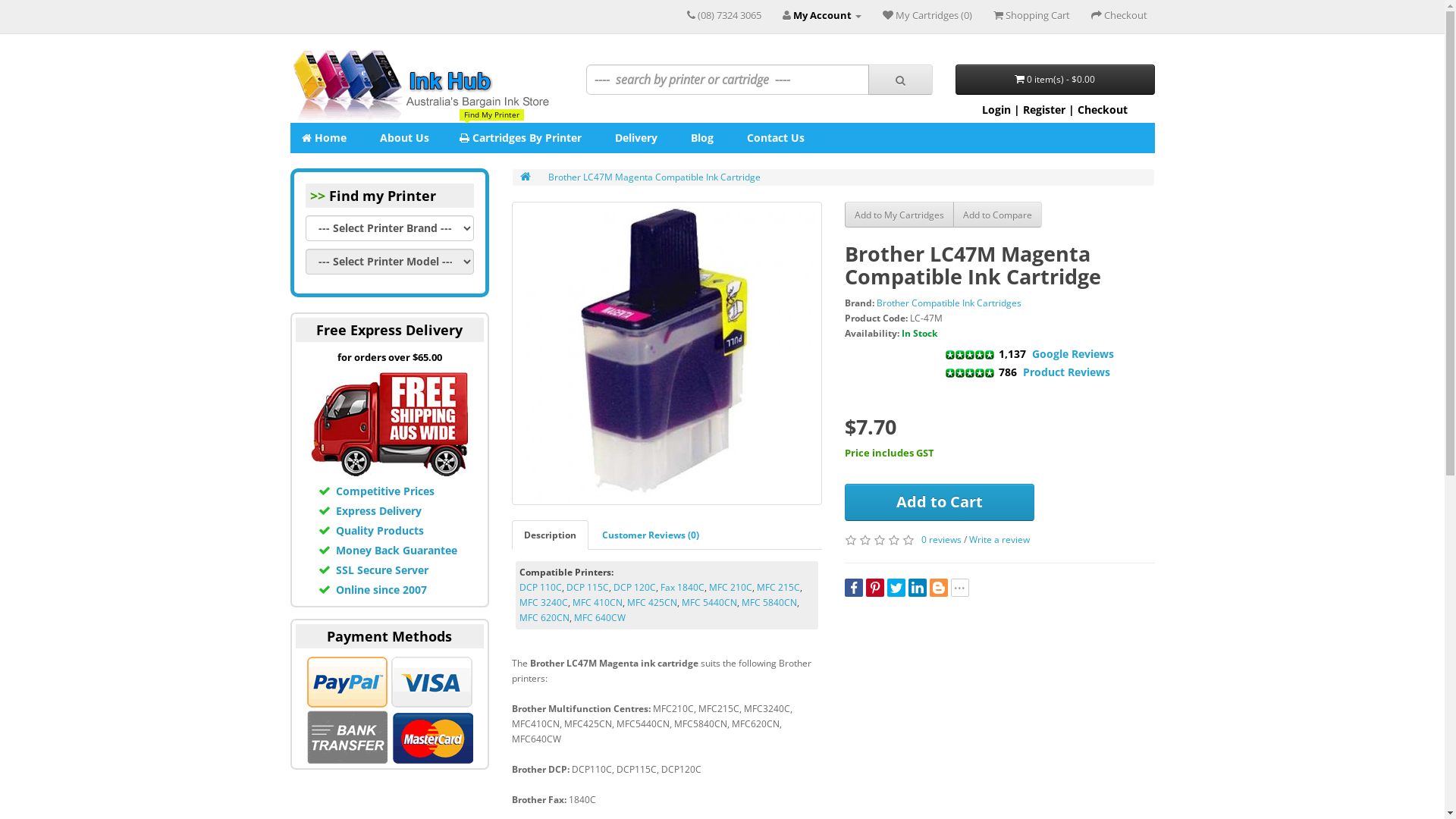  I want to click on 'DCP 120C', so click(634, 586).